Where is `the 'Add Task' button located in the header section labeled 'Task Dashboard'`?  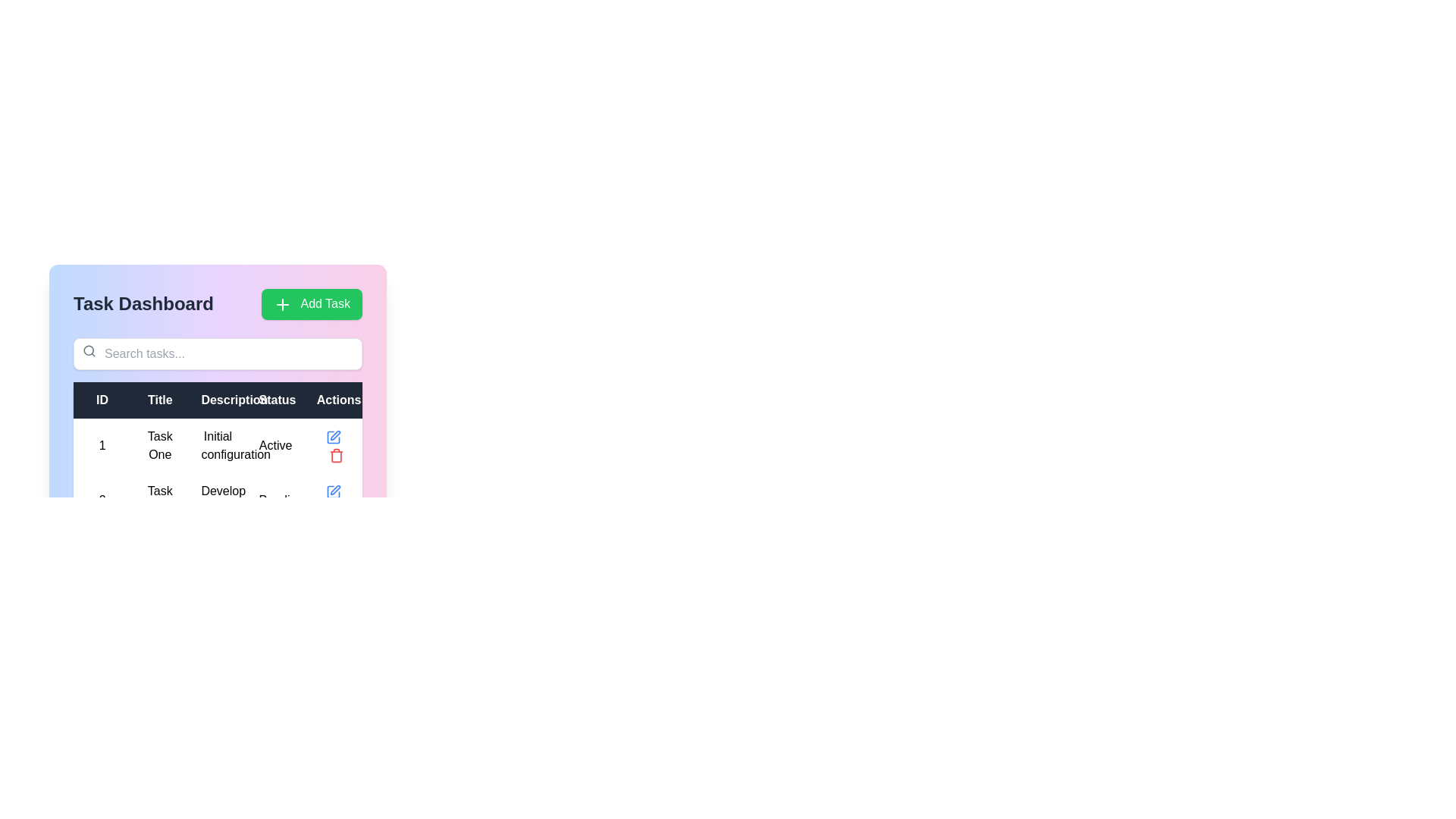 the 'Add Task' button located in the header section labeled 'Task Dashboard' is located at coordinates (311, 304).